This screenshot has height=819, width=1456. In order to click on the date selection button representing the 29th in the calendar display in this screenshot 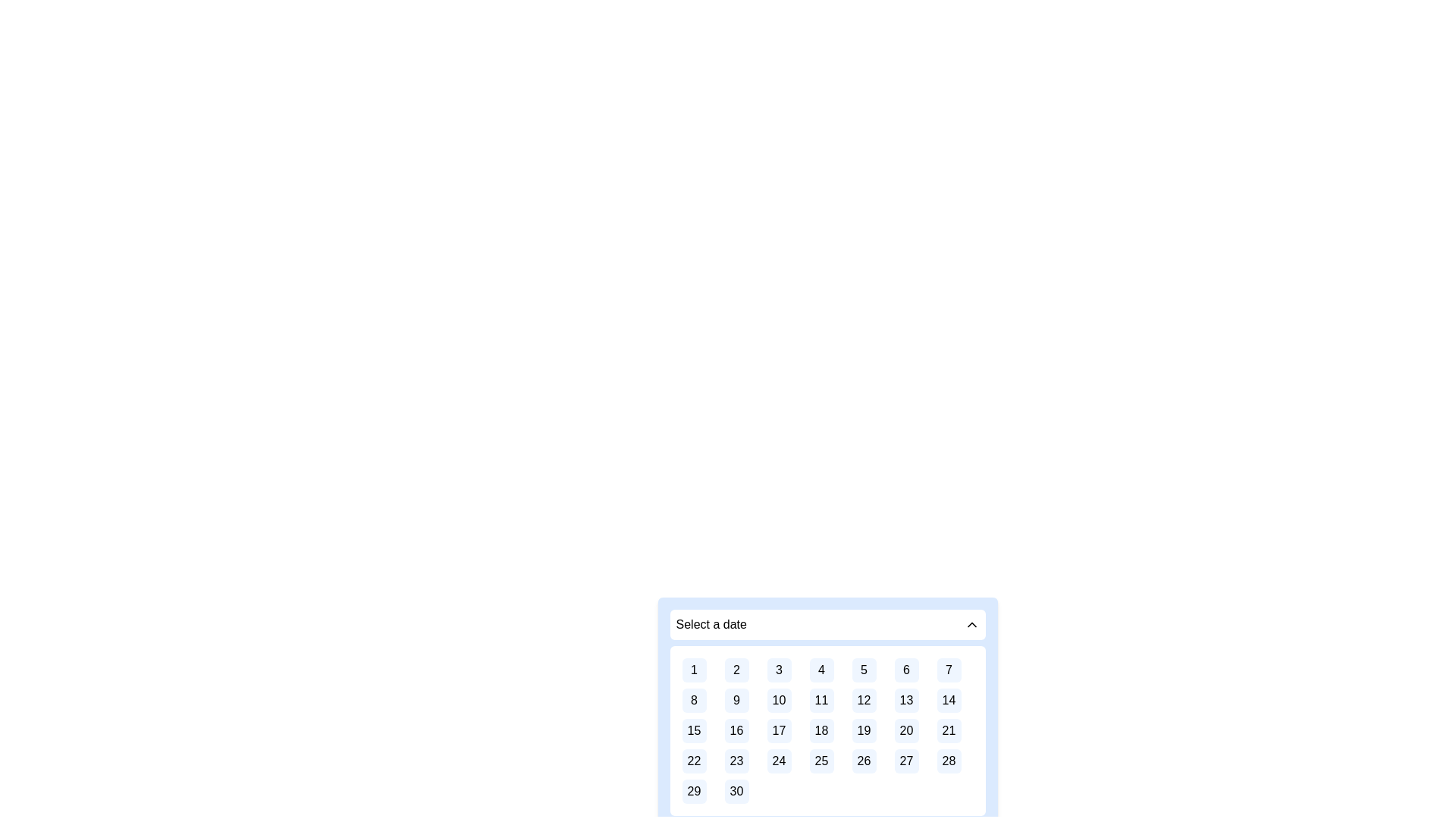, I will do `click(693, 791)`.